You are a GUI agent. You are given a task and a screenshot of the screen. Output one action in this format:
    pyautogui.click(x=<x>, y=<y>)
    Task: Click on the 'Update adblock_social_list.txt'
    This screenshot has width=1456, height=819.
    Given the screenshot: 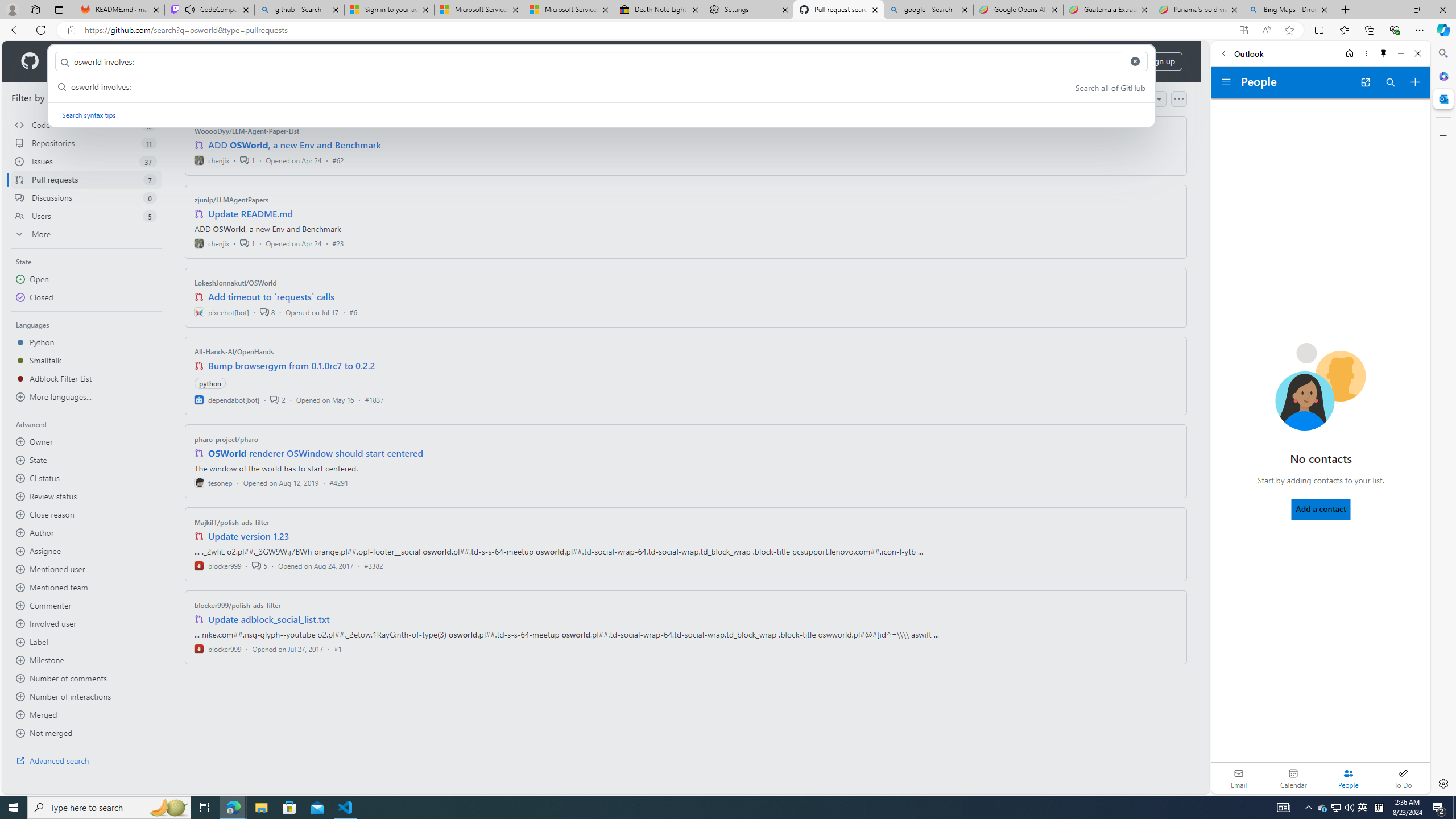 What is the action you would take?
    pyautogui.click(x=268, y=619)
    